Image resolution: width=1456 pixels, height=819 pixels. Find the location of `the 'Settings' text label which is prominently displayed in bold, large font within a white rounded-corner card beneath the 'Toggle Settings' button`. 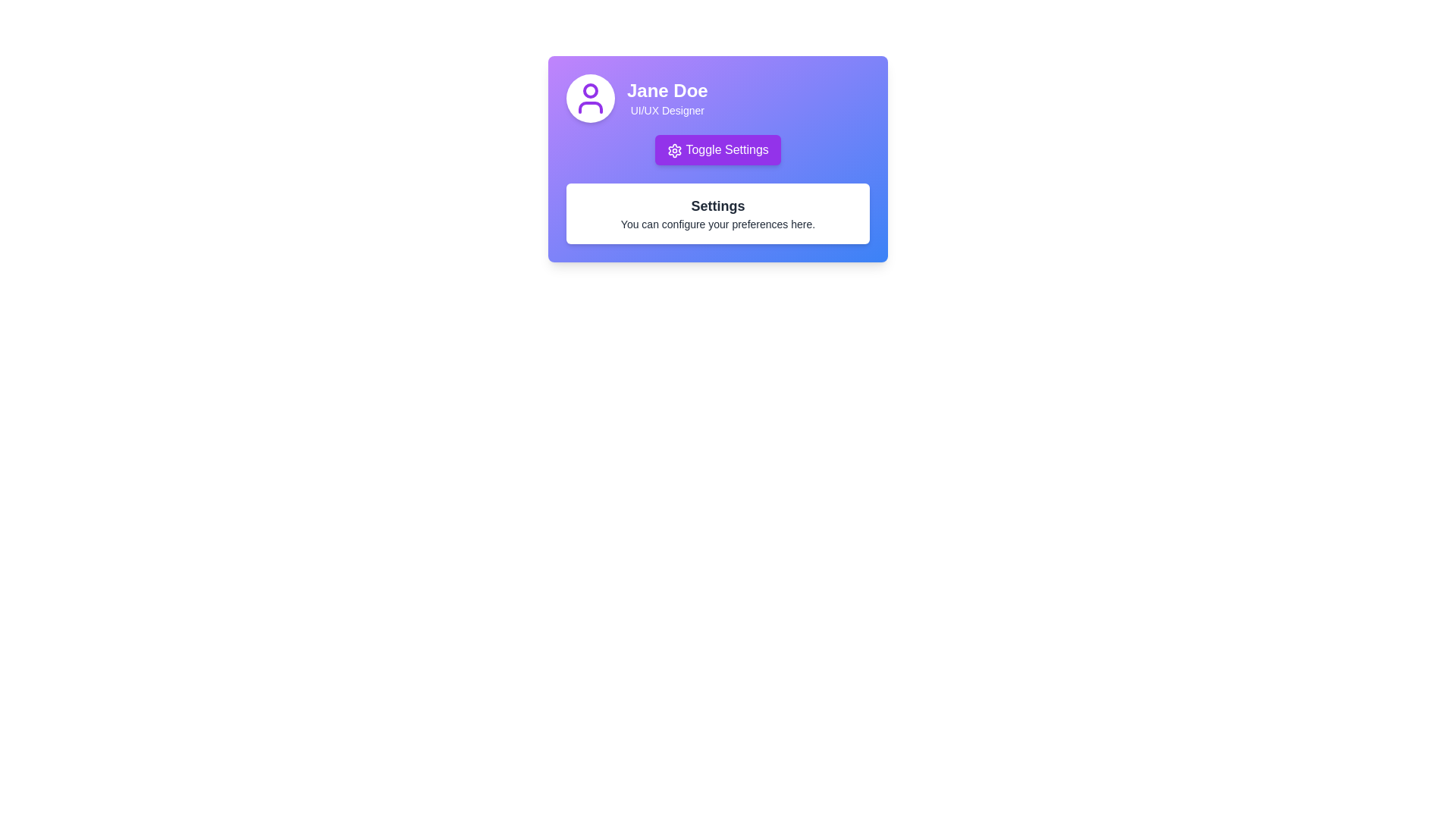

the 'Settings' text label which is prominently displayed in bold, large font within a white rounded-corner card beneath the 'Toggle Settings' button is located at coordinates (717, 206).